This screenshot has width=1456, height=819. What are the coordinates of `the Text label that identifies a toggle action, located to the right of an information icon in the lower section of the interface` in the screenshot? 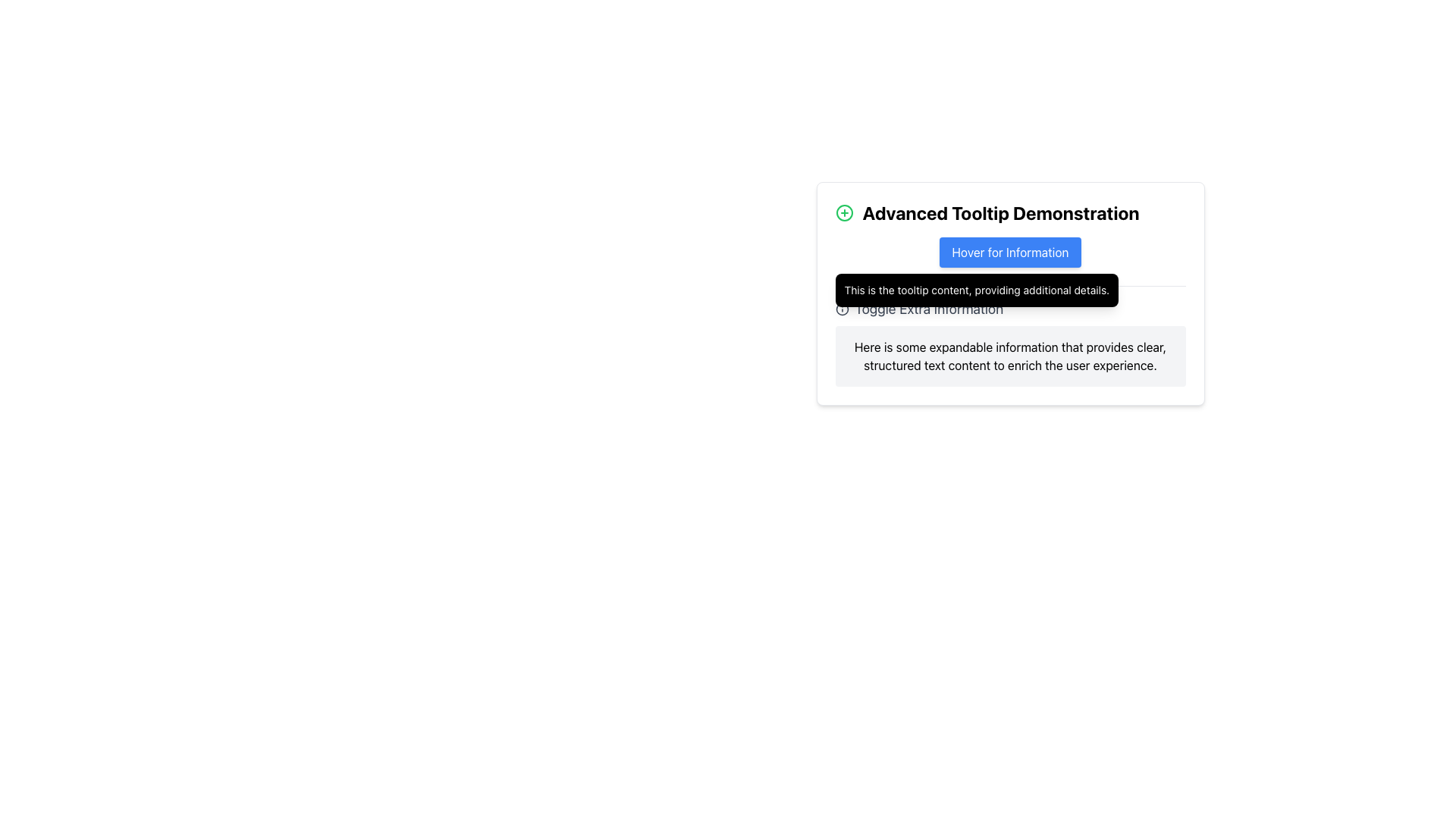 It's located at (928, 309).